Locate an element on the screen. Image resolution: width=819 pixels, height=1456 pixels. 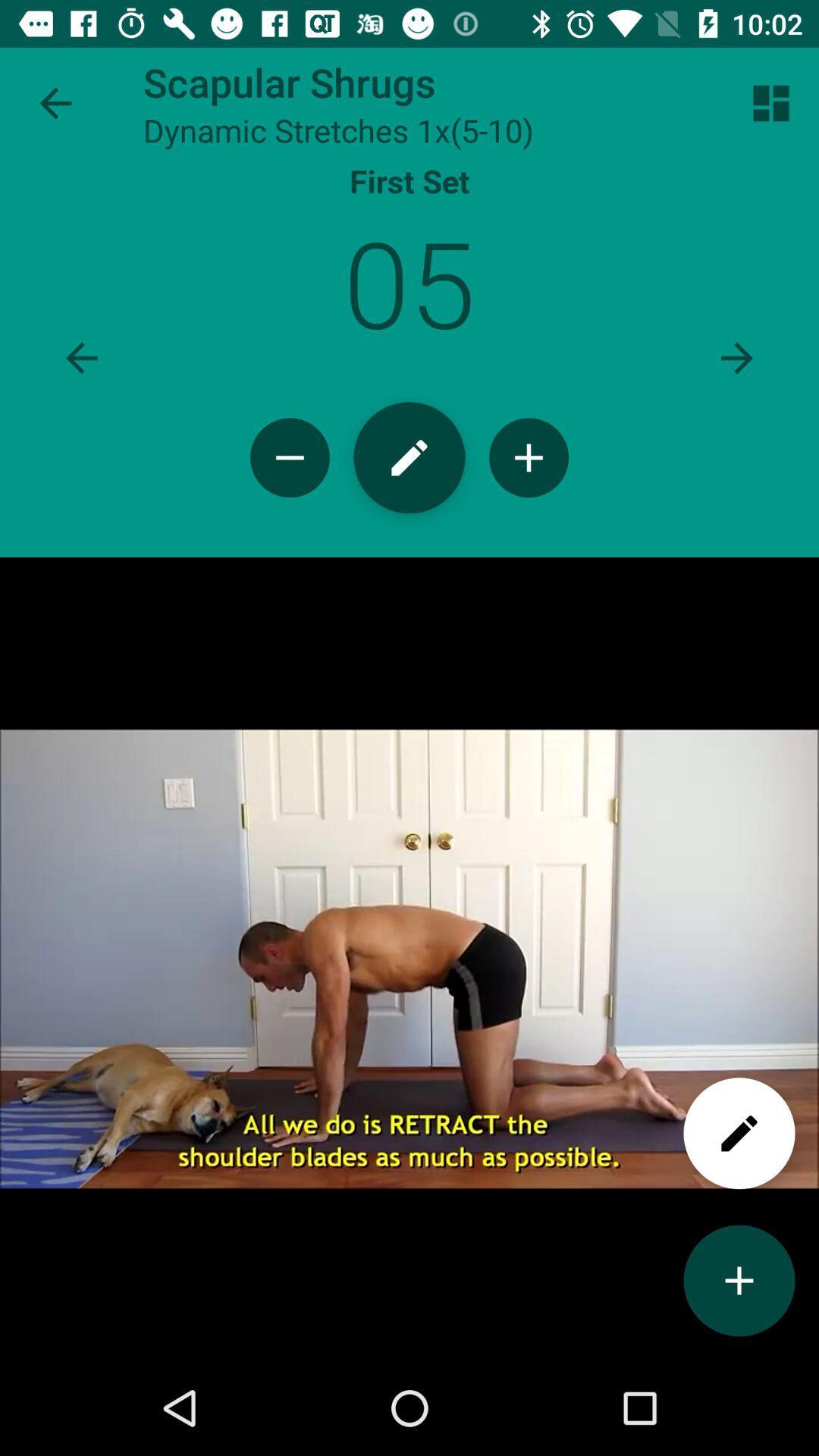
next page is located at coordinates (736, 357).